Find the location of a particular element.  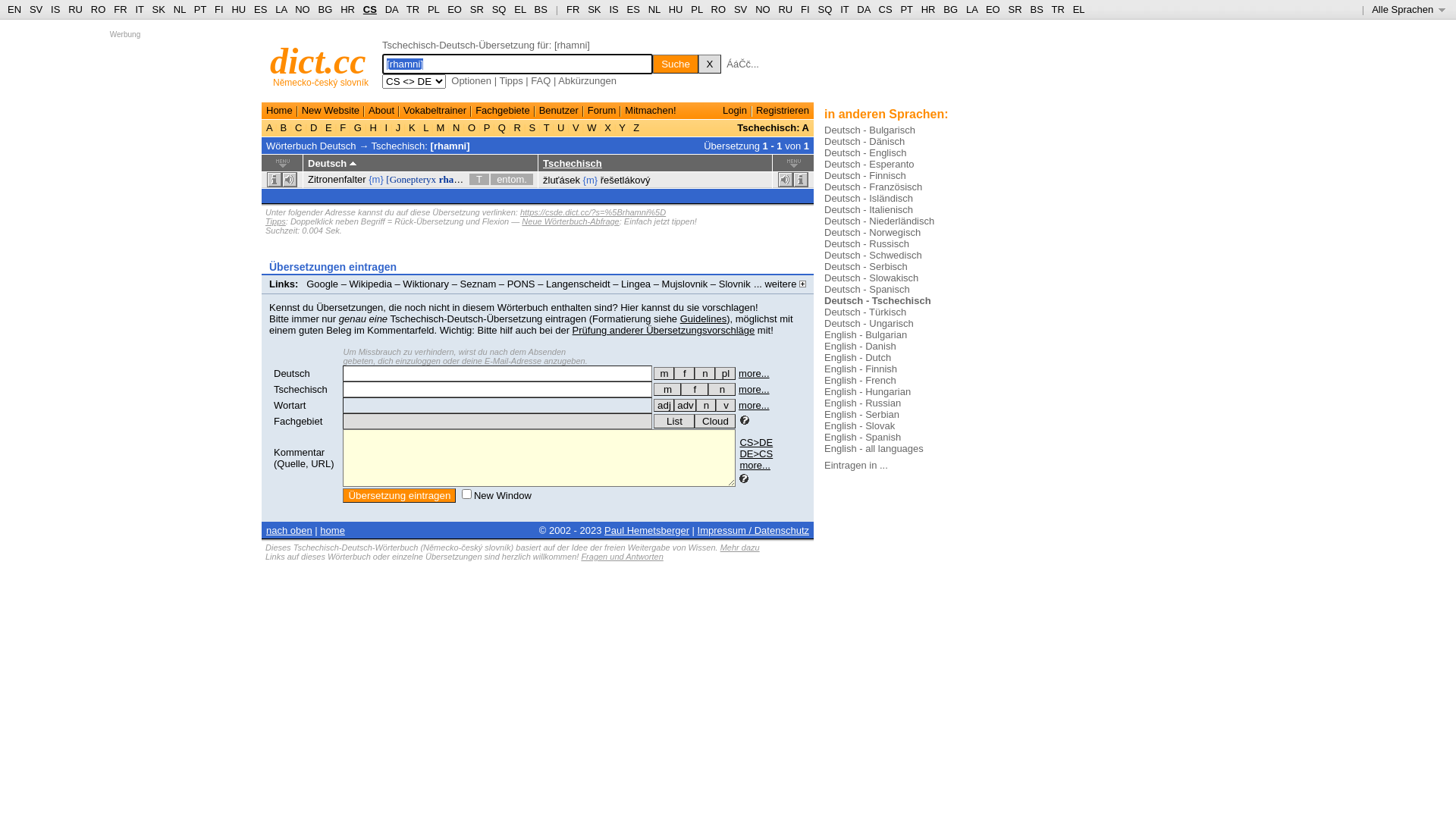

'X' is located at coordinates (709, 63).